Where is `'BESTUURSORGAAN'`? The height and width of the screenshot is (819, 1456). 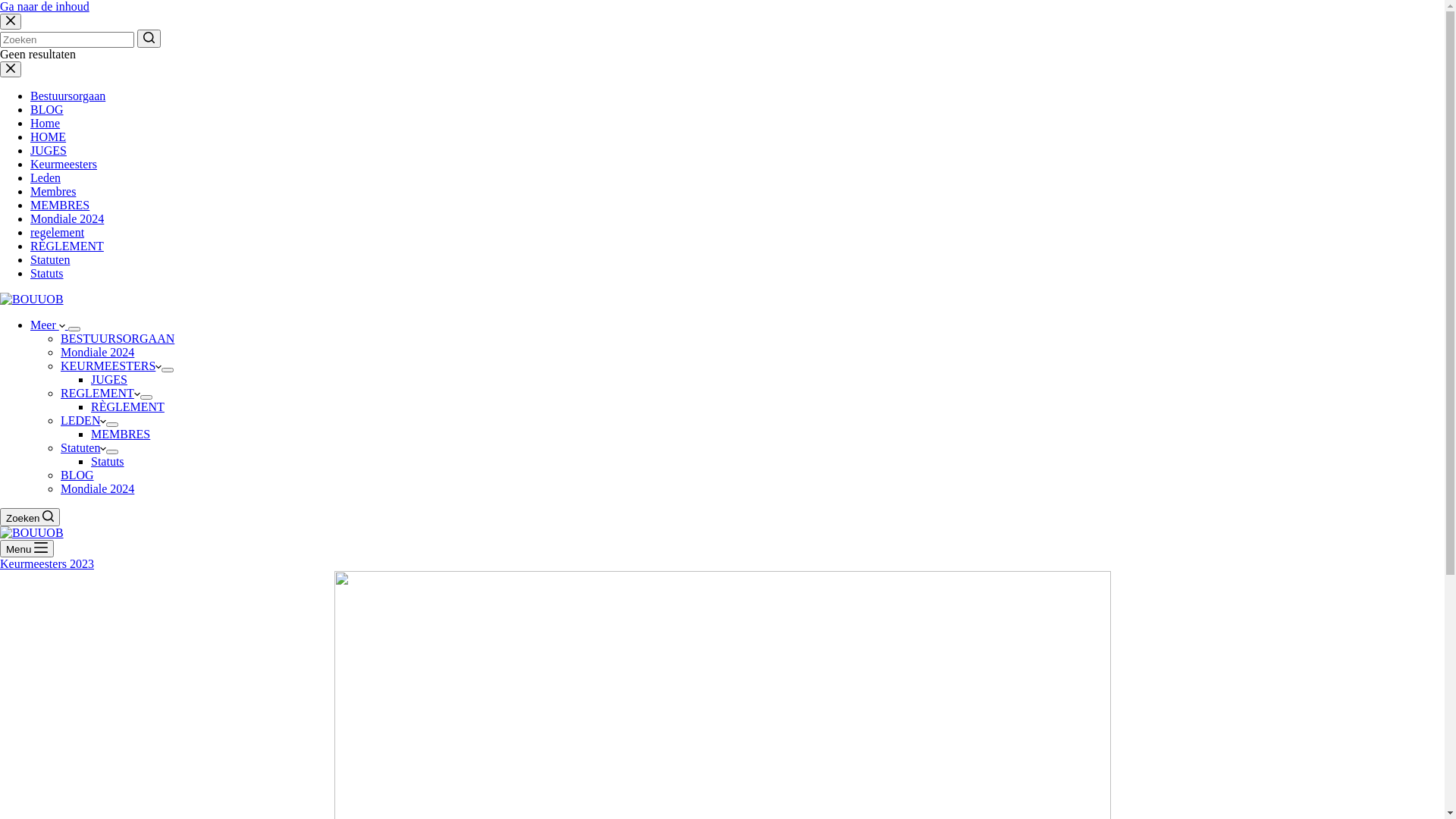
'BESTUURSORGAAN' is located at coordinates (116, 337).